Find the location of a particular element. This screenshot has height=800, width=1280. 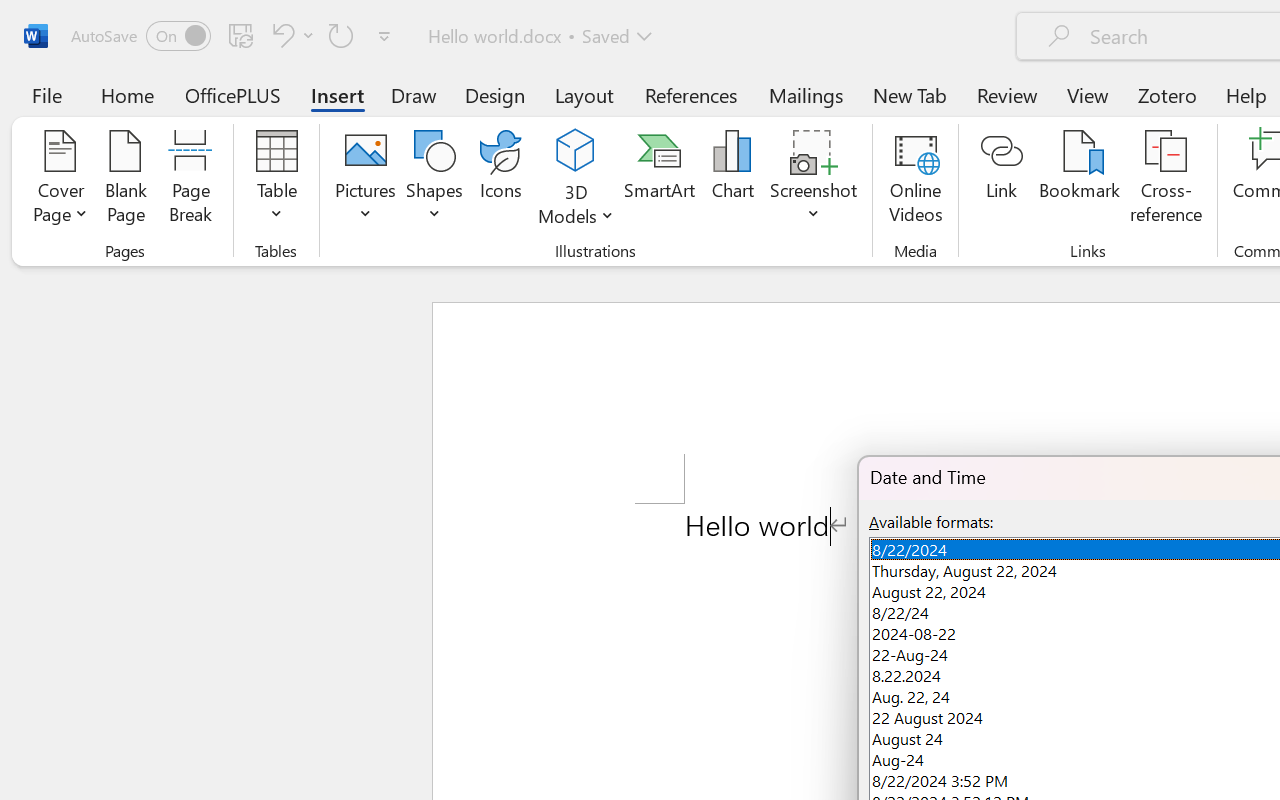

'Can' is located at coordinates (279, 34).